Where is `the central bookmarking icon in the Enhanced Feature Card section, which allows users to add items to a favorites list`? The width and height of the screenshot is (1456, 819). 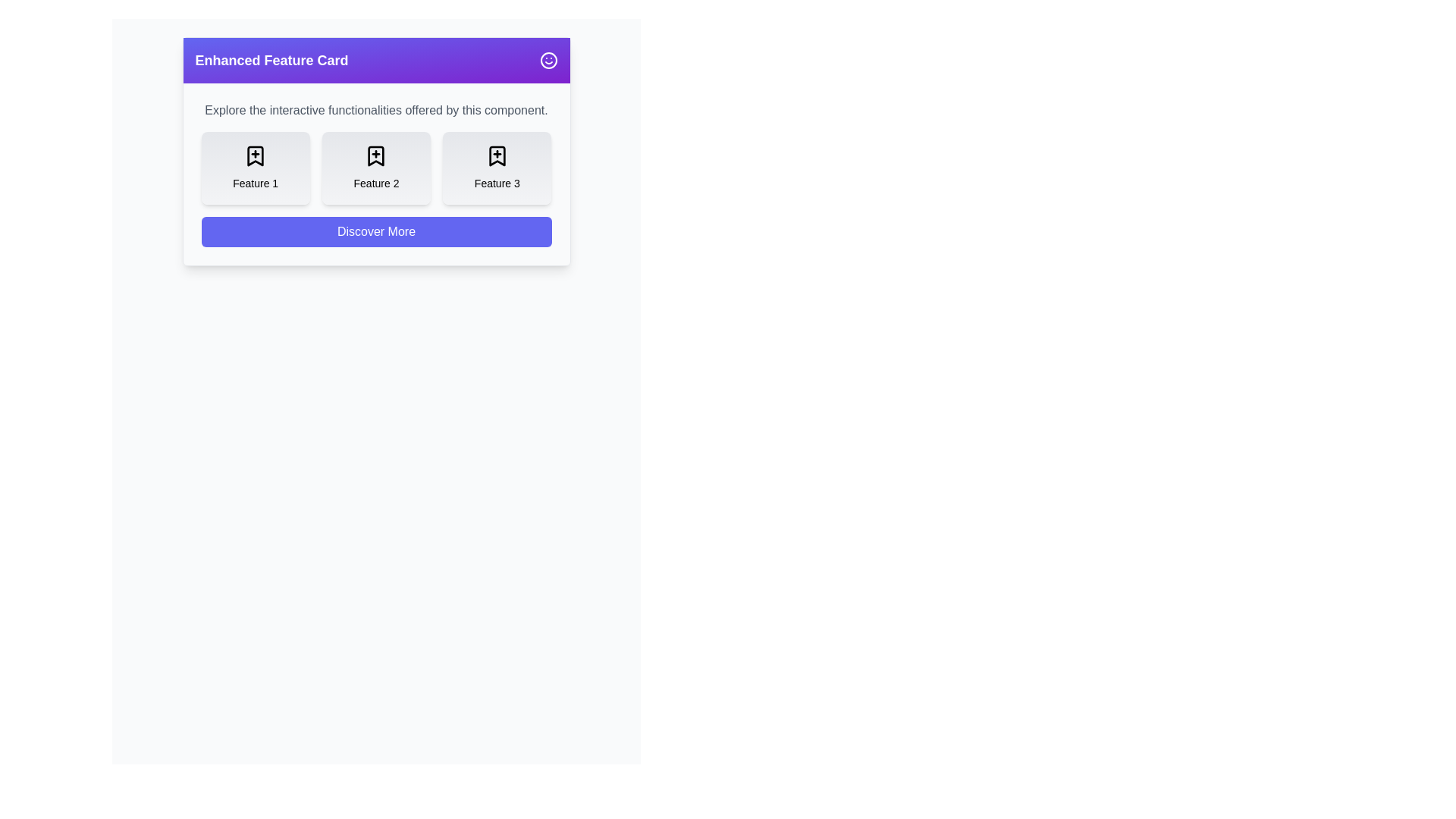 the central bookmarking icon in the Enhanced Feature Card section, which allows users to add items to a favorites list is located at coordinates (376, 155).